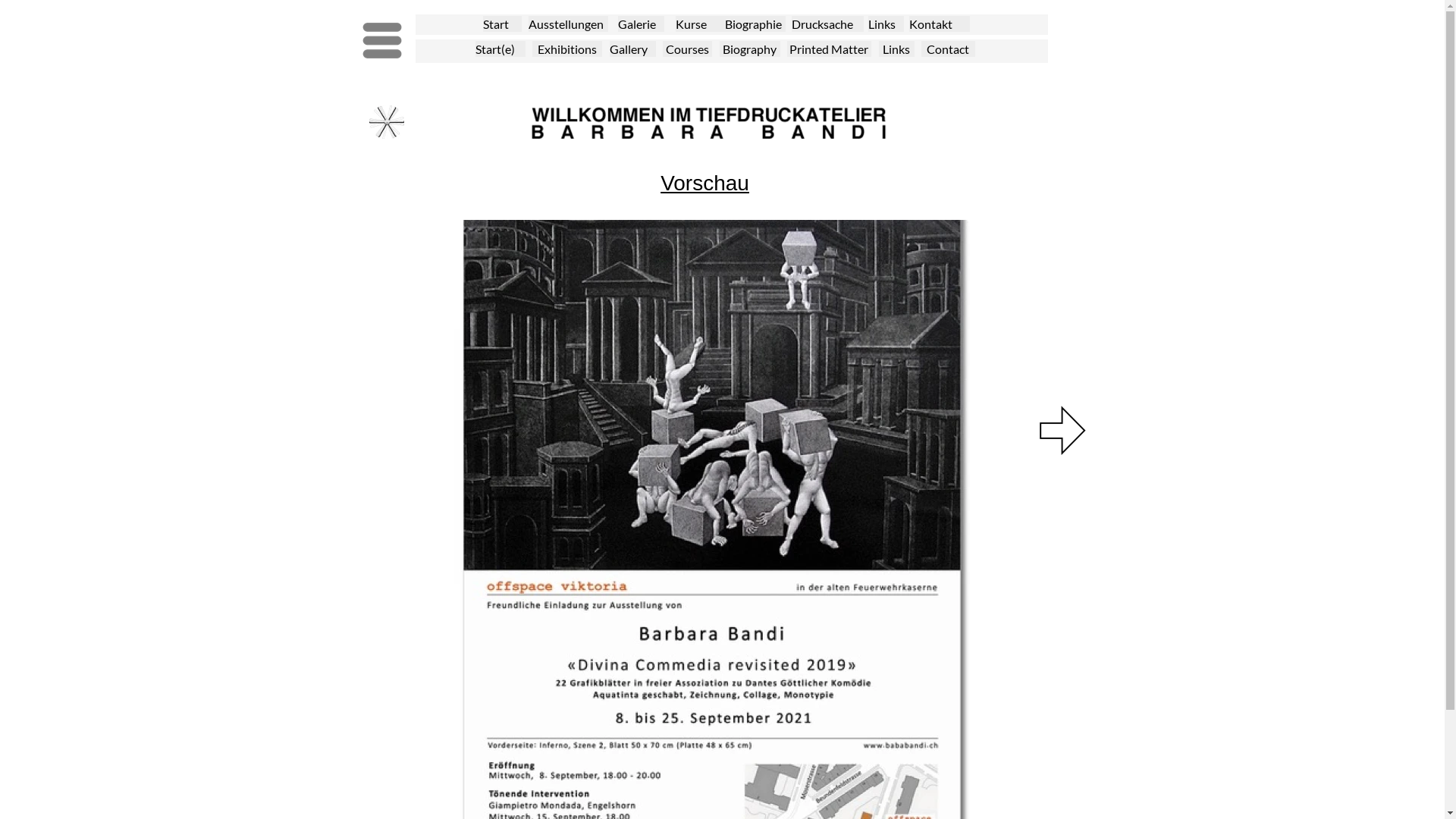 The image size is (1456, 819). I want to click on 'Galerie', so click(640, 24).